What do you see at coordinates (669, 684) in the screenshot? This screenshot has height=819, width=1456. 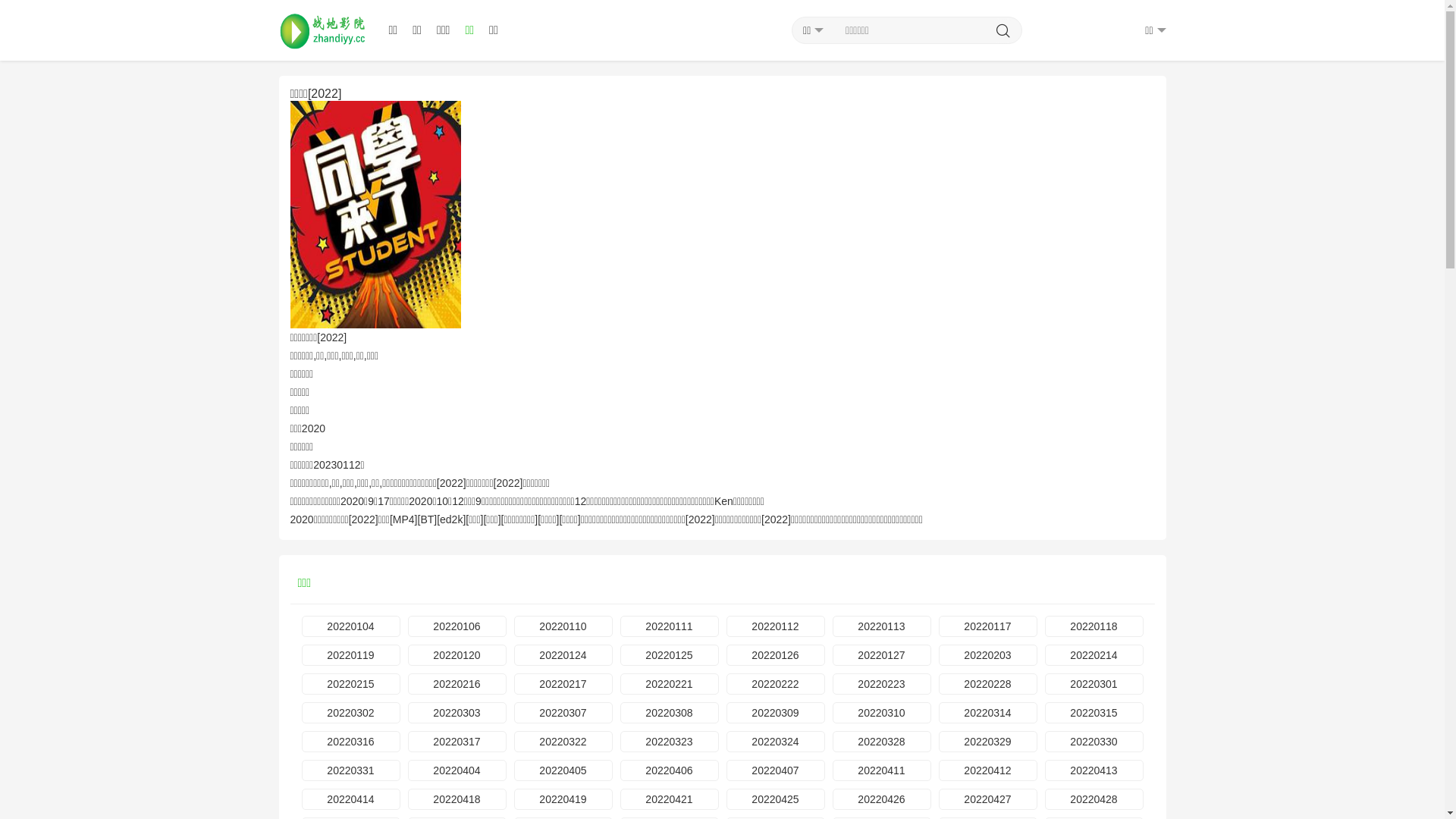 I see `'20220221'` at bounding box center [669, 684].